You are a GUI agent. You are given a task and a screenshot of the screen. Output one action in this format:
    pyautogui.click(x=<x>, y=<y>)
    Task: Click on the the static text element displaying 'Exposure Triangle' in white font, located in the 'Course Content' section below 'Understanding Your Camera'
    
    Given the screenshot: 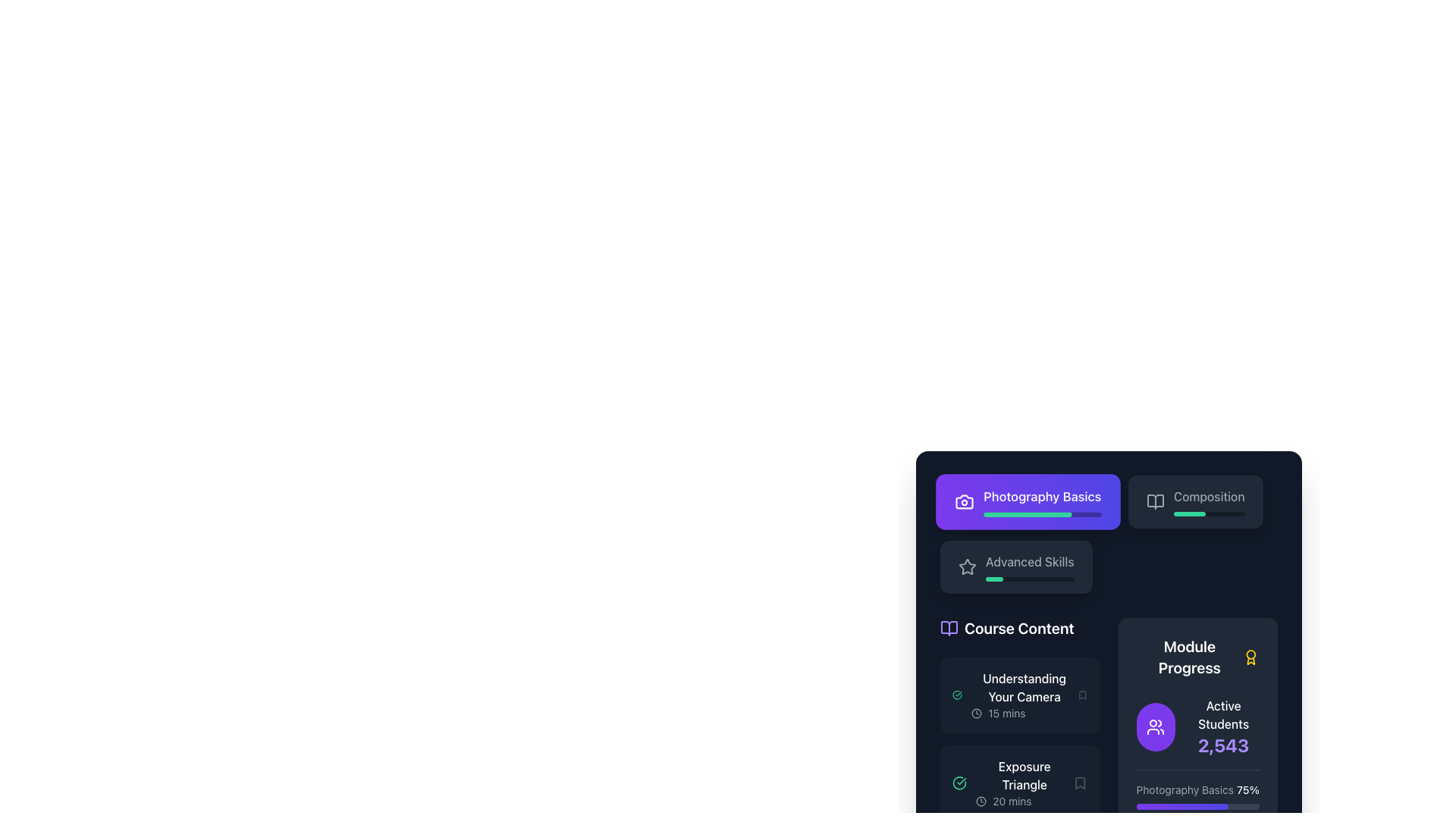 What is the action you would take?
    pyautogui.click(x=1025, y=775)
    